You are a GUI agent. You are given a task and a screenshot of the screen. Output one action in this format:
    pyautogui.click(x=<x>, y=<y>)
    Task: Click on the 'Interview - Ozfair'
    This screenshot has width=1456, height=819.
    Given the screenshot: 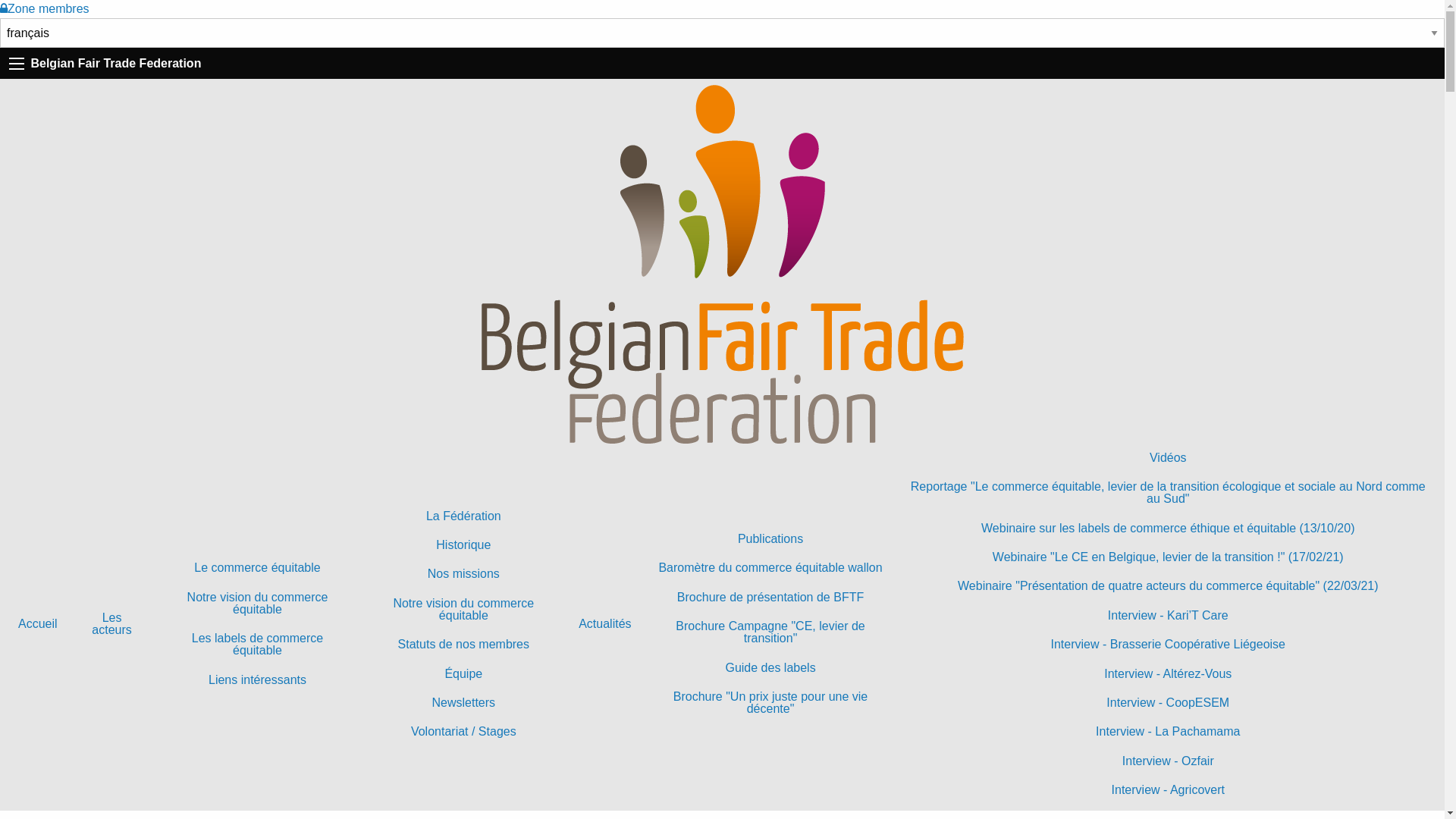 What is the action you would take?
    pyautogui.click(x=1167, y=761)
    